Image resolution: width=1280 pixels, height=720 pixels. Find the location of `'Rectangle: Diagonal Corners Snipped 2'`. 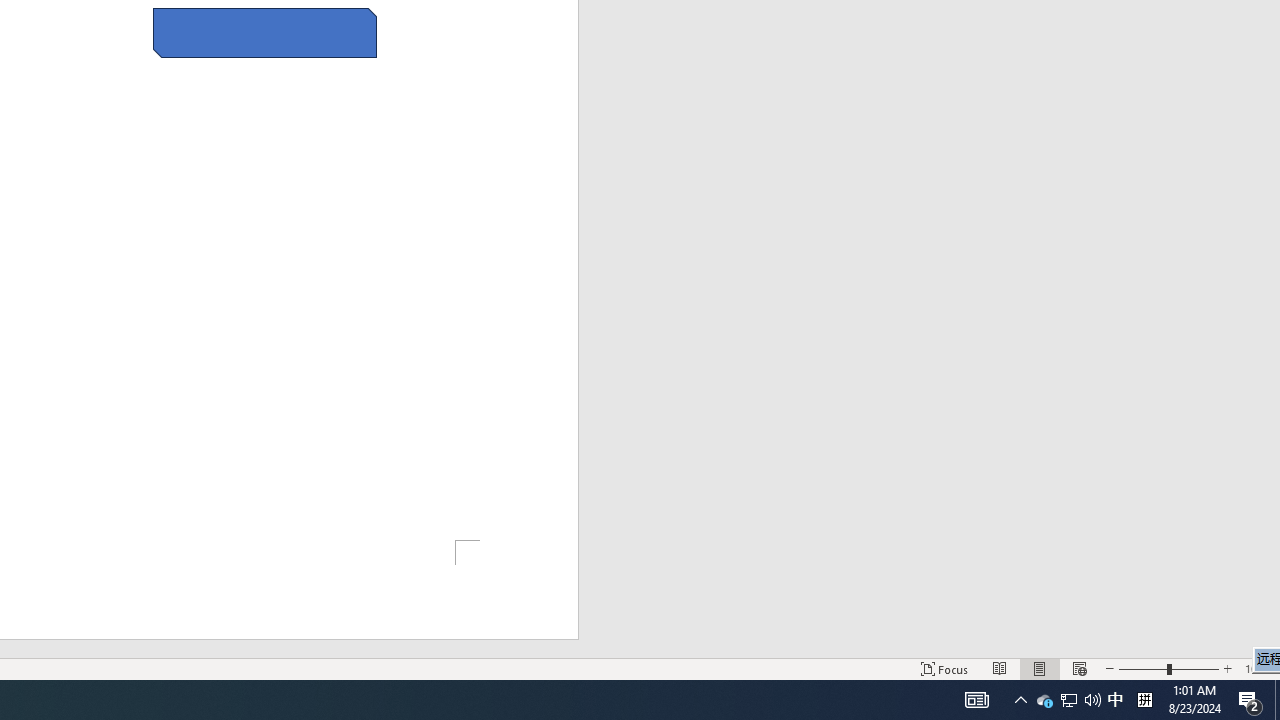

'Rectangle: Diagonal Corners Snipped 2' is located at coordinates (264, 33).